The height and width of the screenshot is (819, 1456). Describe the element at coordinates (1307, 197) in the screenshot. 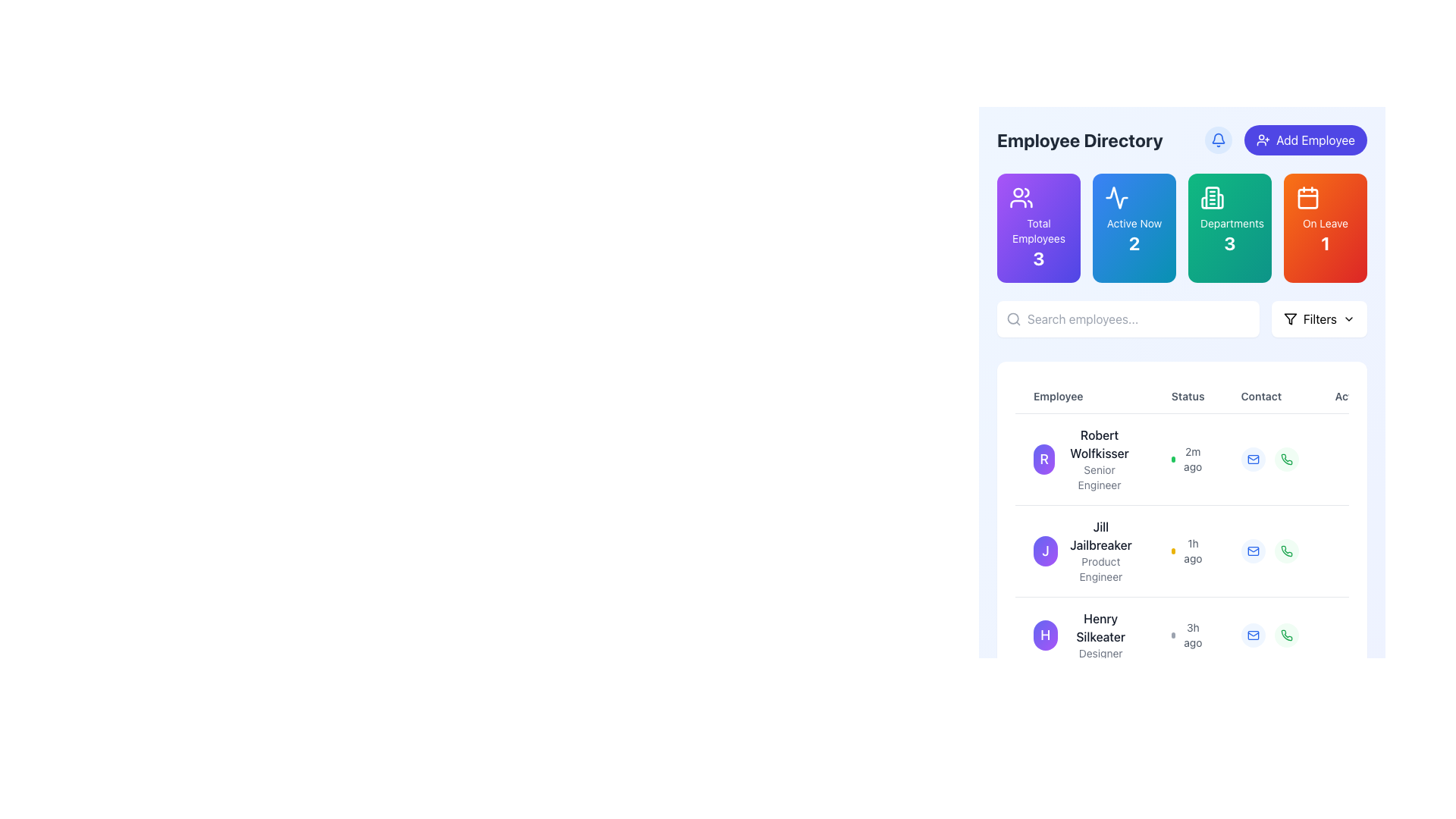

I see `the 'On Leave' icon located in the fourth card from the left in the row of status cards at the top of the interface` at that location.